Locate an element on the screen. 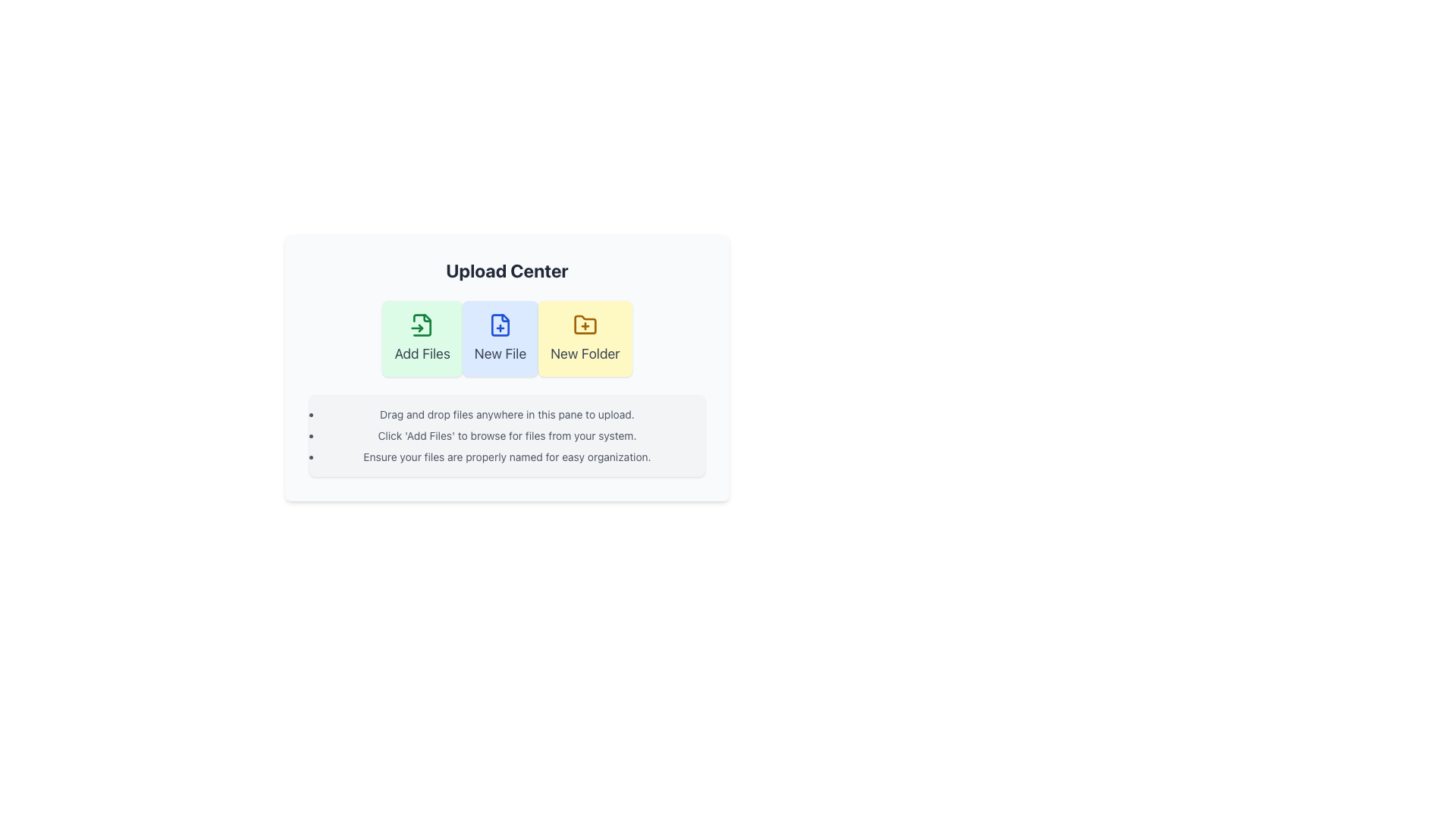 The width and height of the screenshot is (1456, 819). the 'Create New File' button located in the 'Upload Center', positioned between the 'Add Files' button and the 'New Folder' button is located at coordinates (500, 338).